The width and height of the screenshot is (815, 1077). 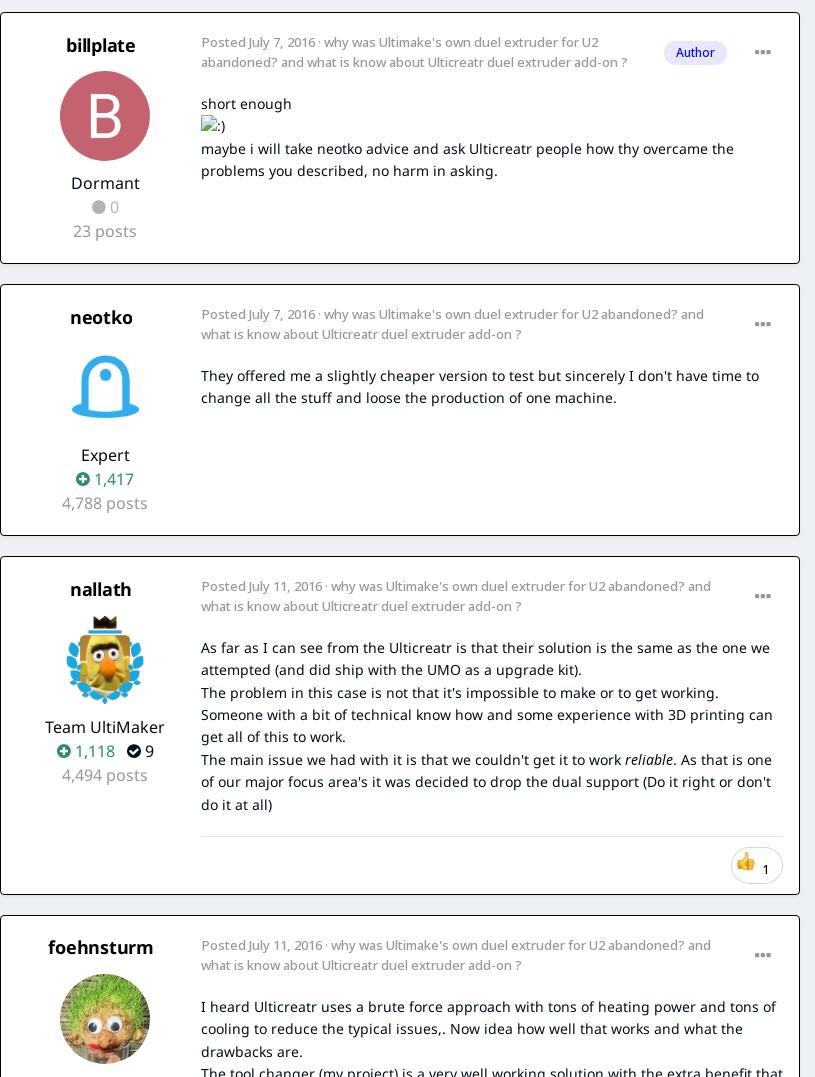 I want to click on 'reliable', so click(x=624, y=757).